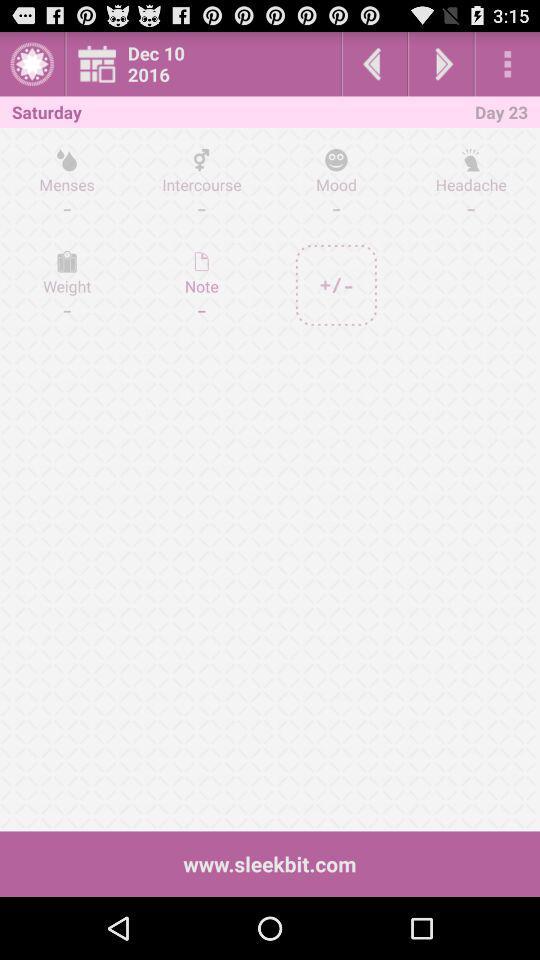 This screenshot has height=960, width=540. What do you see at coordinates (507, 68) in the screenshot?
I see `the more icon` at bounding box center [507, 68].